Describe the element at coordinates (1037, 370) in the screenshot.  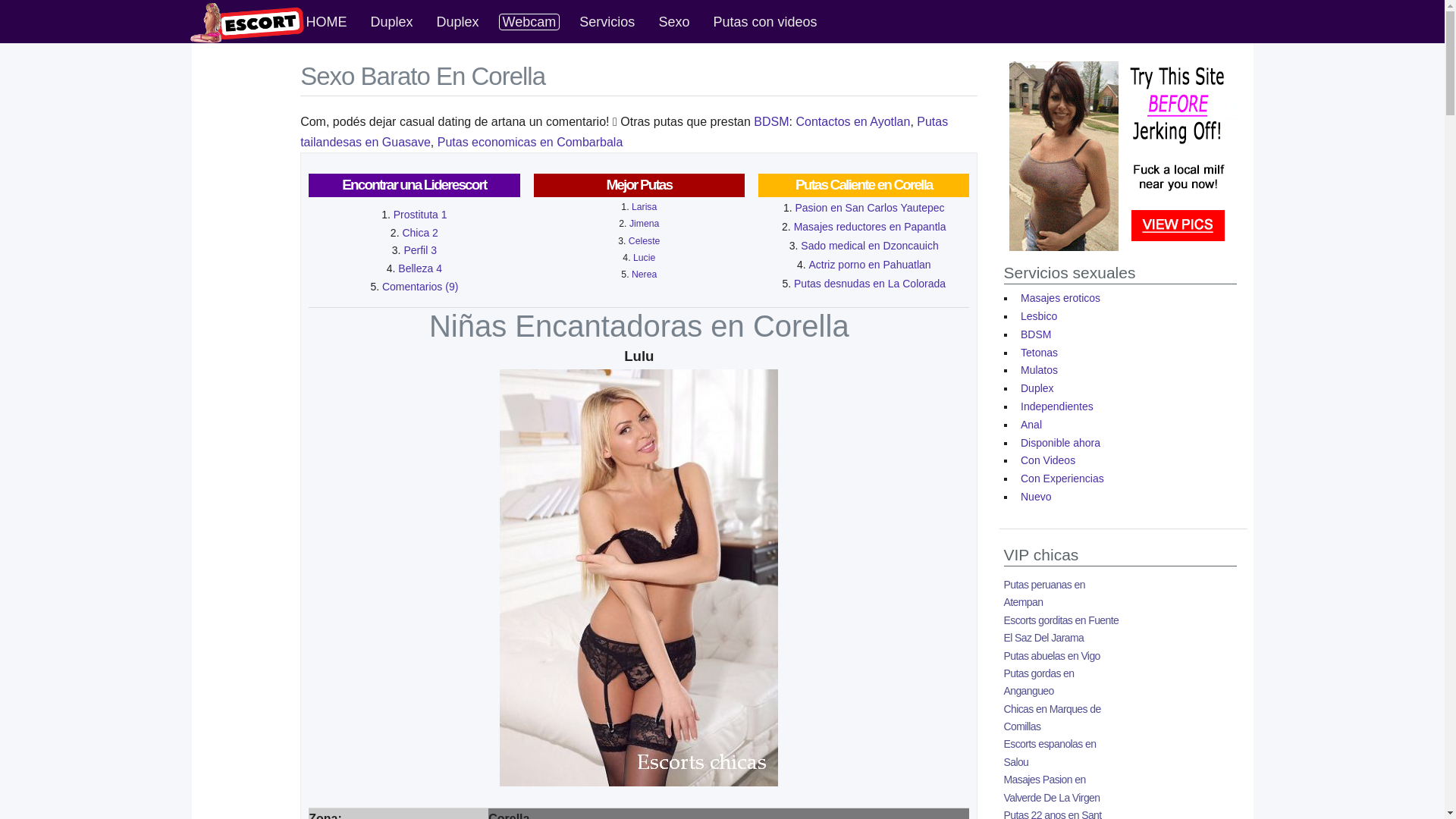
I see `'Mulatos'` at that location.